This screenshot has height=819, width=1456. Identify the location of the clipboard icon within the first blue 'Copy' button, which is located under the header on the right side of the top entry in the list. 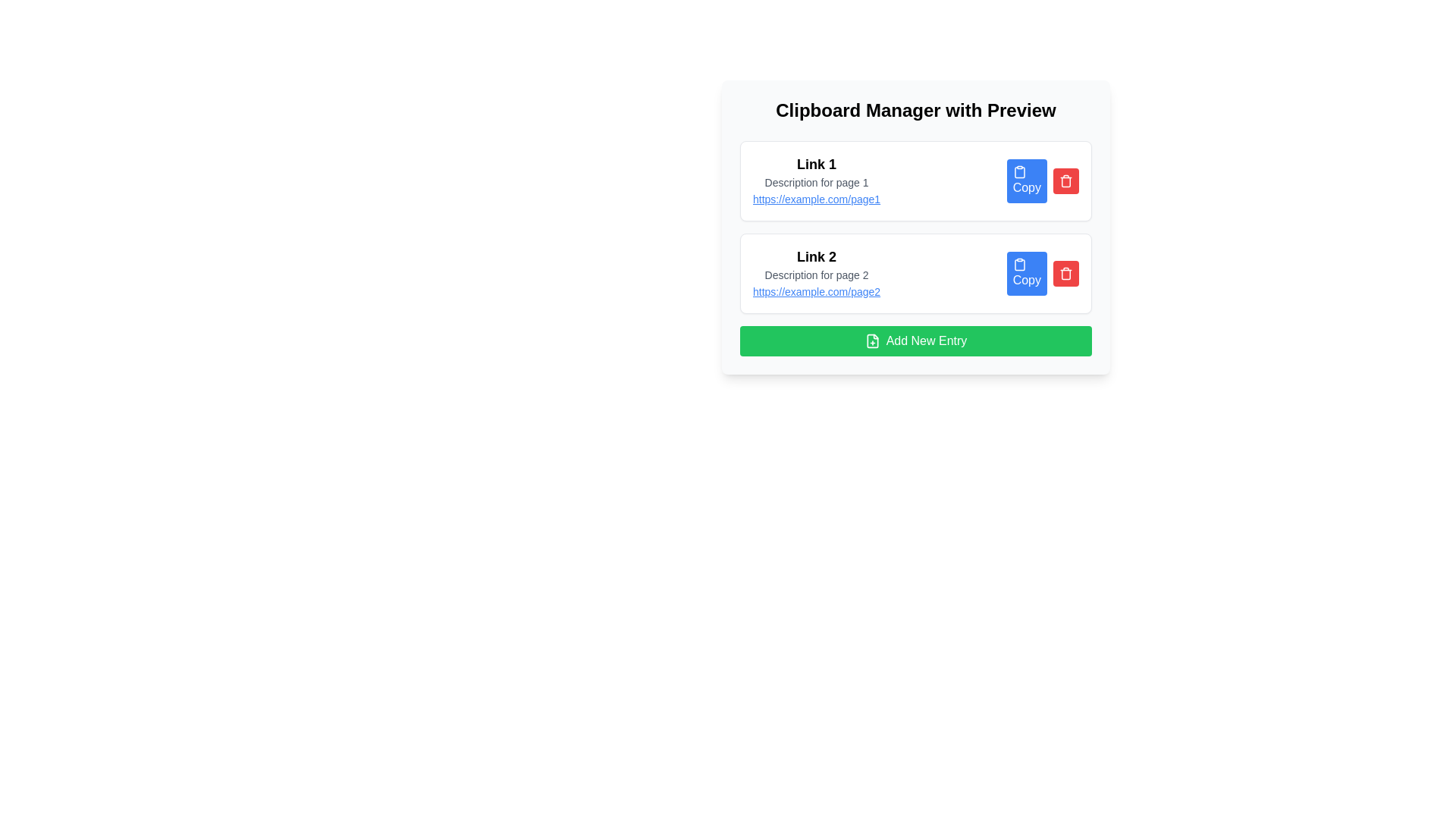
(1019, 171).